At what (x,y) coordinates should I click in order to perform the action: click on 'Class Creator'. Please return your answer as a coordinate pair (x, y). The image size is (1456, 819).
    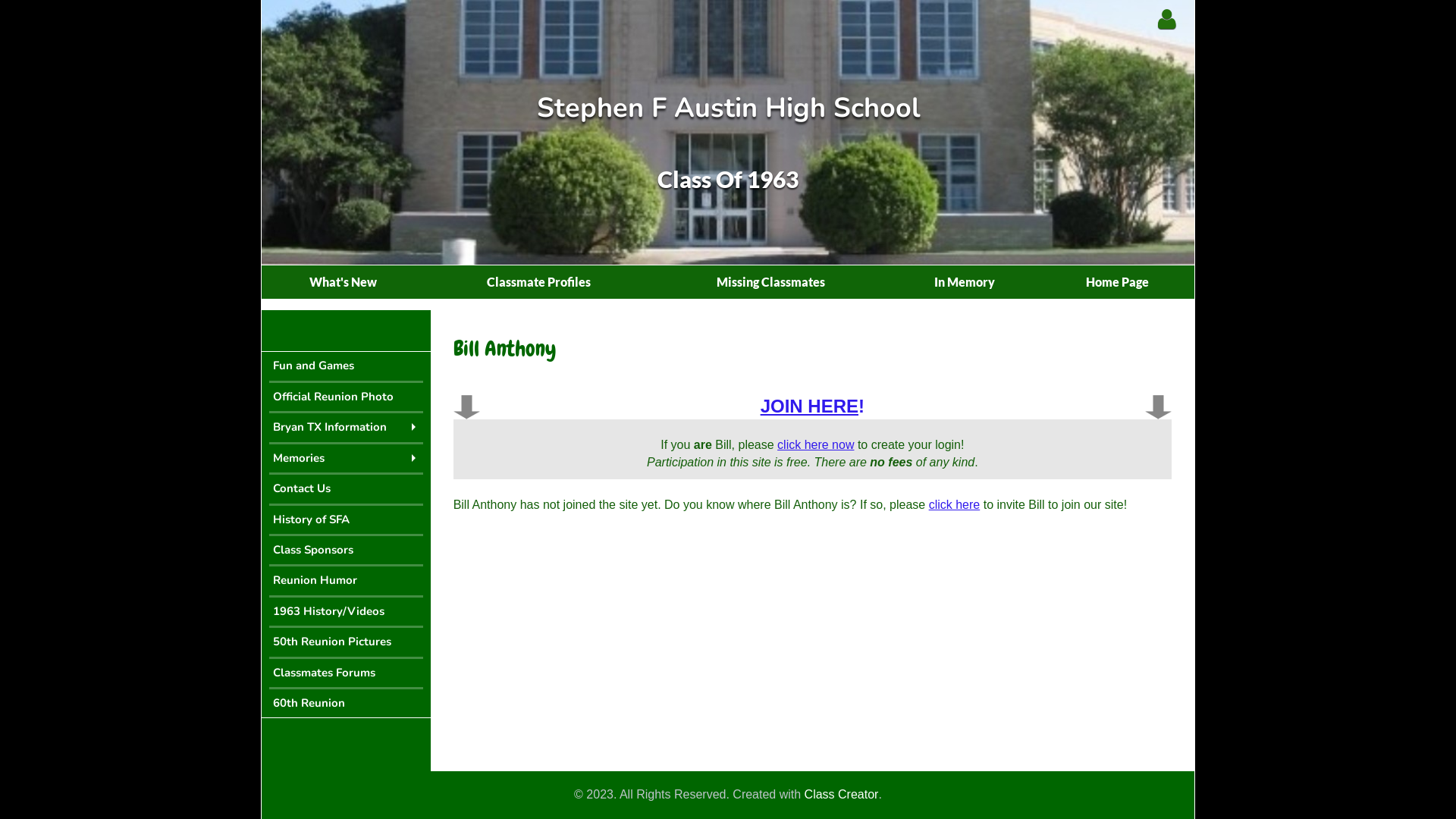
    Looking at the image, I should click on (803, 794).